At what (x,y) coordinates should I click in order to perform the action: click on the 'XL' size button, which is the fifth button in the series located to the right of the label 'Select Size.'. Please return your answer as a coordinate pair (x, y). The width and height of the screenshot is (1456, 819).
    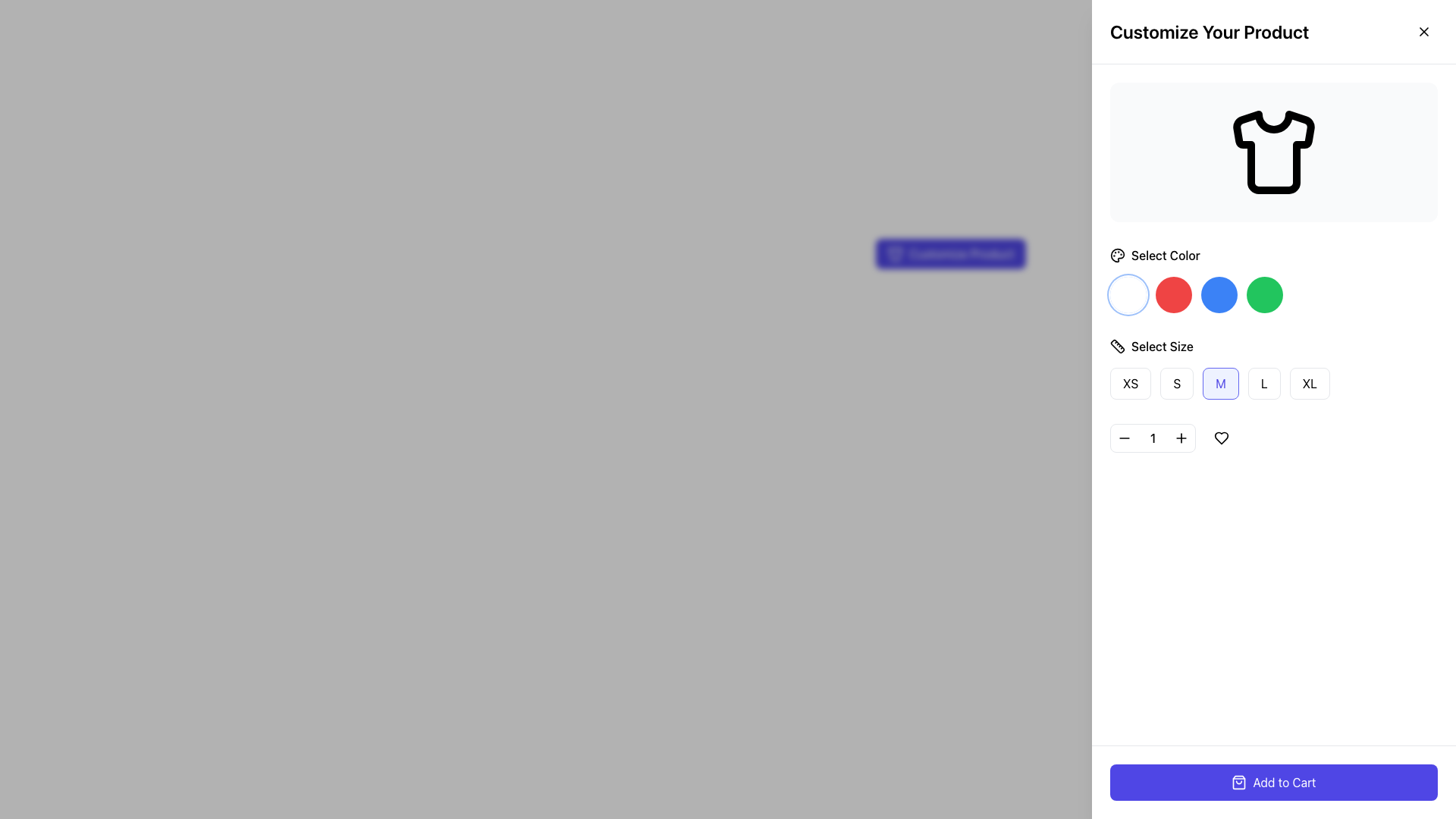
    Looking at the image, I should click on (1309, 382).